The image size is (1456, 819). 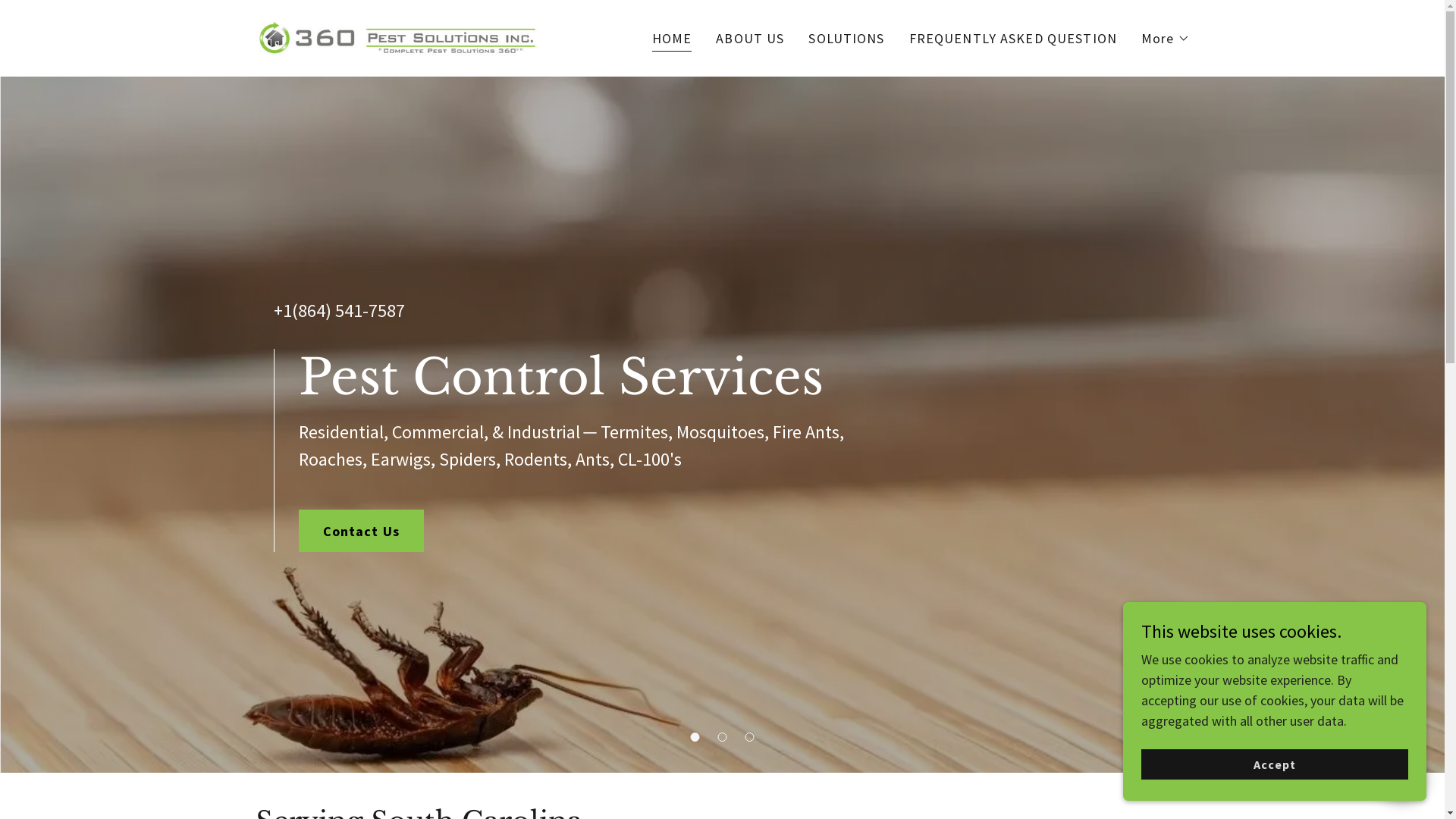 What do you see at coordinates (1164, 37) in the screenshot?
I see `'More'` at bounding box center [1164, 37].